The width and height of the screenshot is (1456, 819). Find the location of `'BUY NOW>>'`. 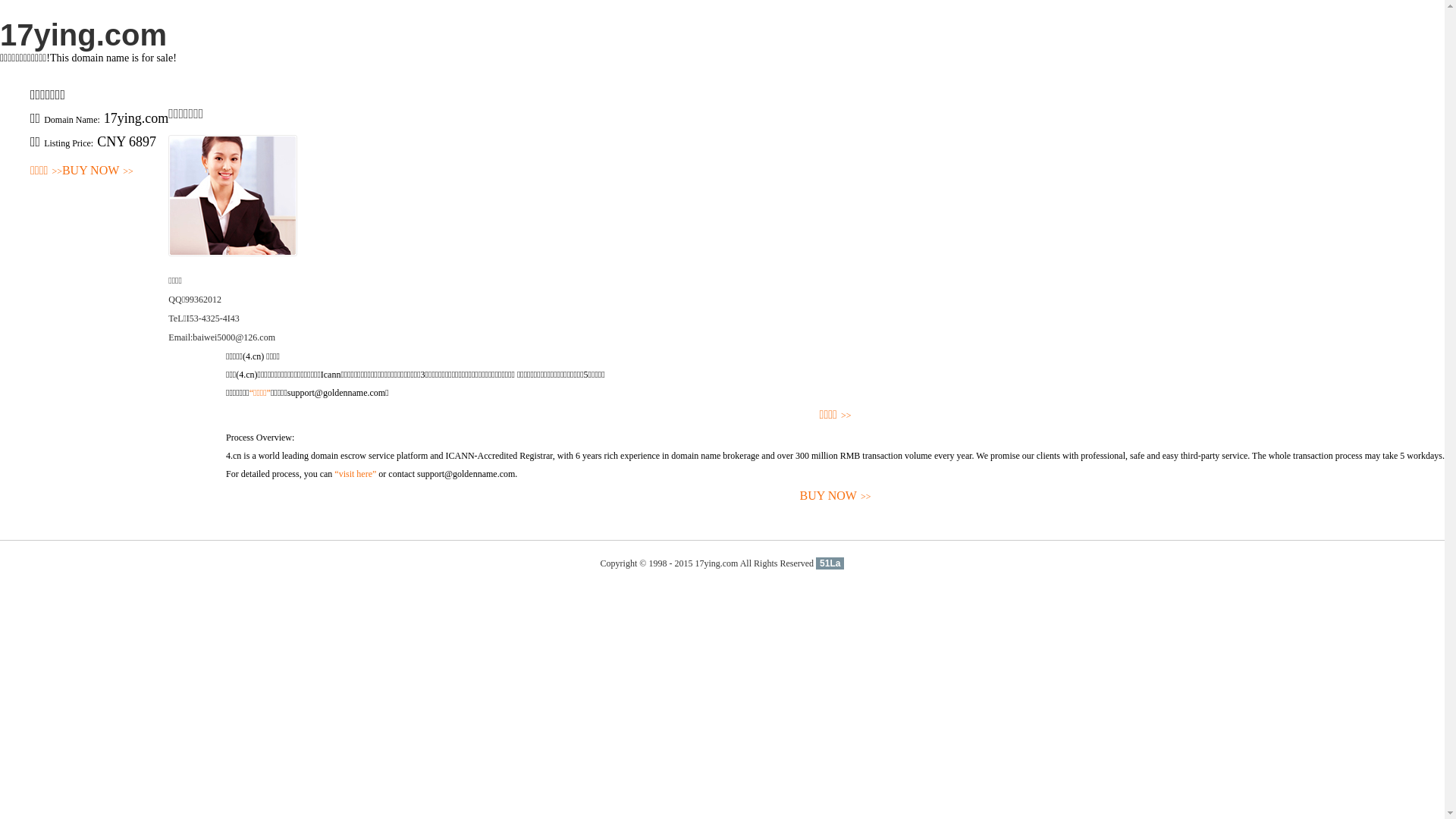

'BUY NOW>>' is located at coordinates (97, 171).